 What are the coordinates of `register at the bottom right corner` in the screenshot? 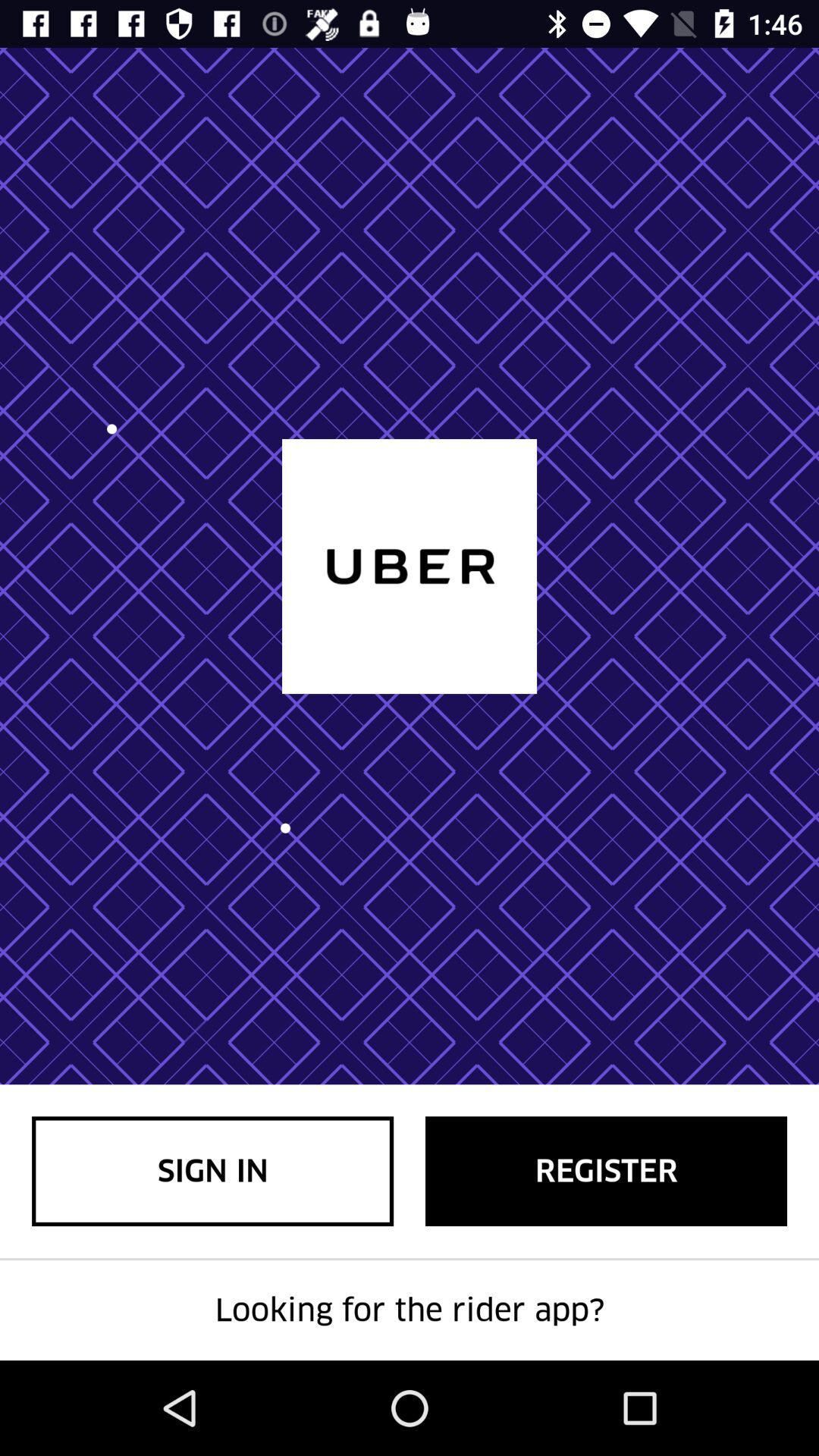 It's located at (605, 1170).